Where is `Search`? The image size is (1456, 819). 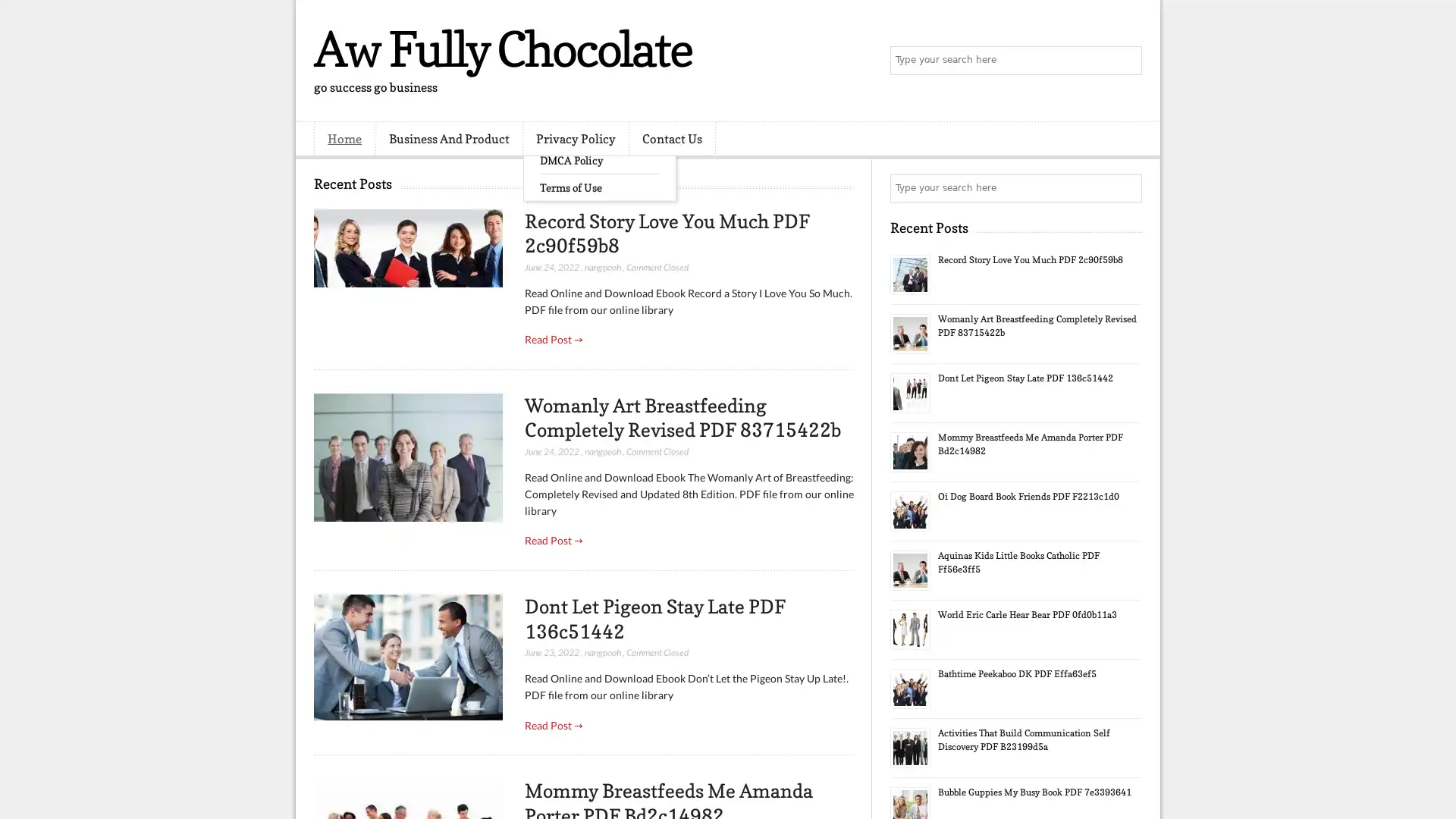
Search is located at coordinates (1126, 188).